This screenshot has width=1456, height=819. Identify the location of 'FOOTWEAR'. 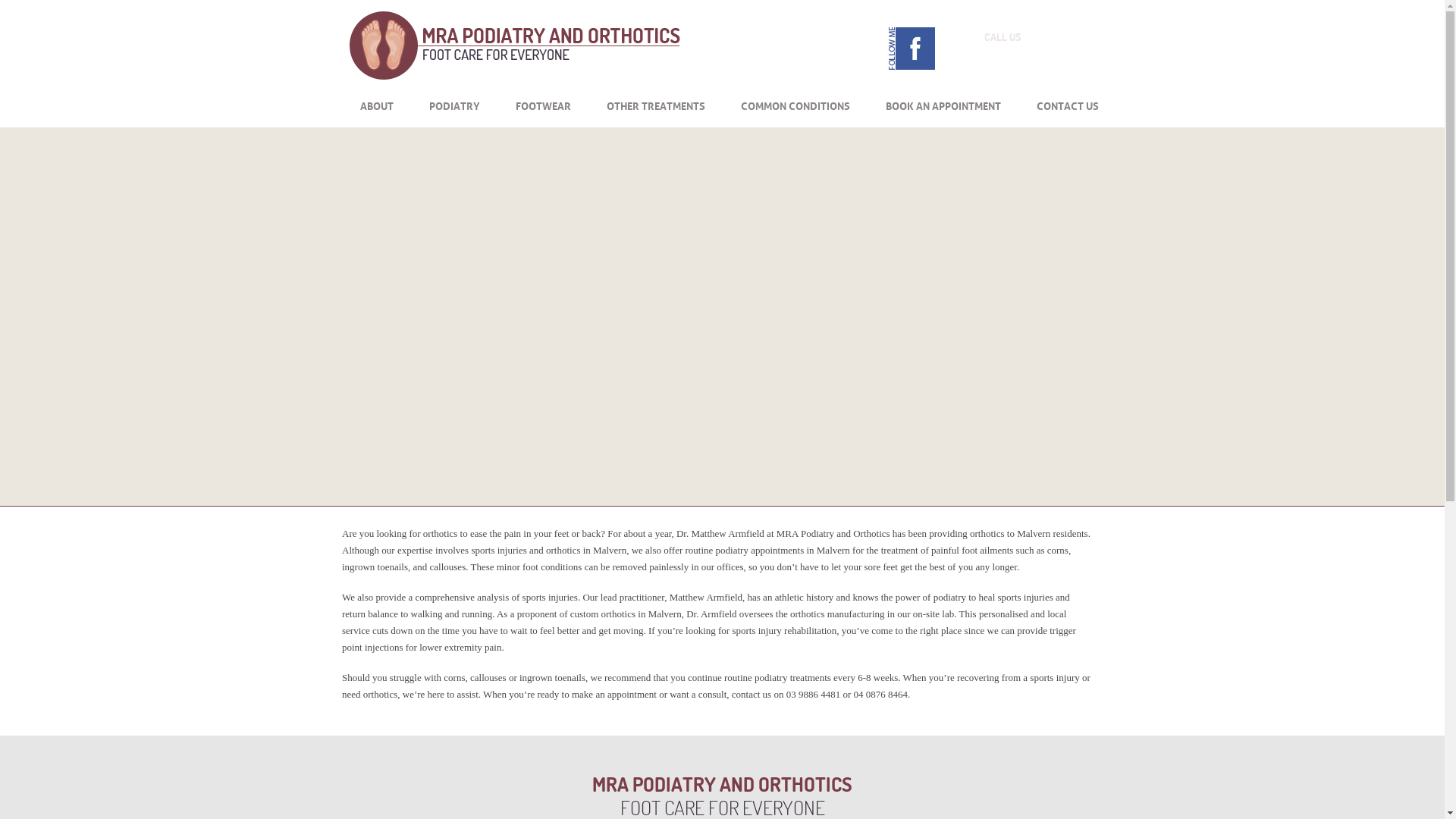
(543, 104).